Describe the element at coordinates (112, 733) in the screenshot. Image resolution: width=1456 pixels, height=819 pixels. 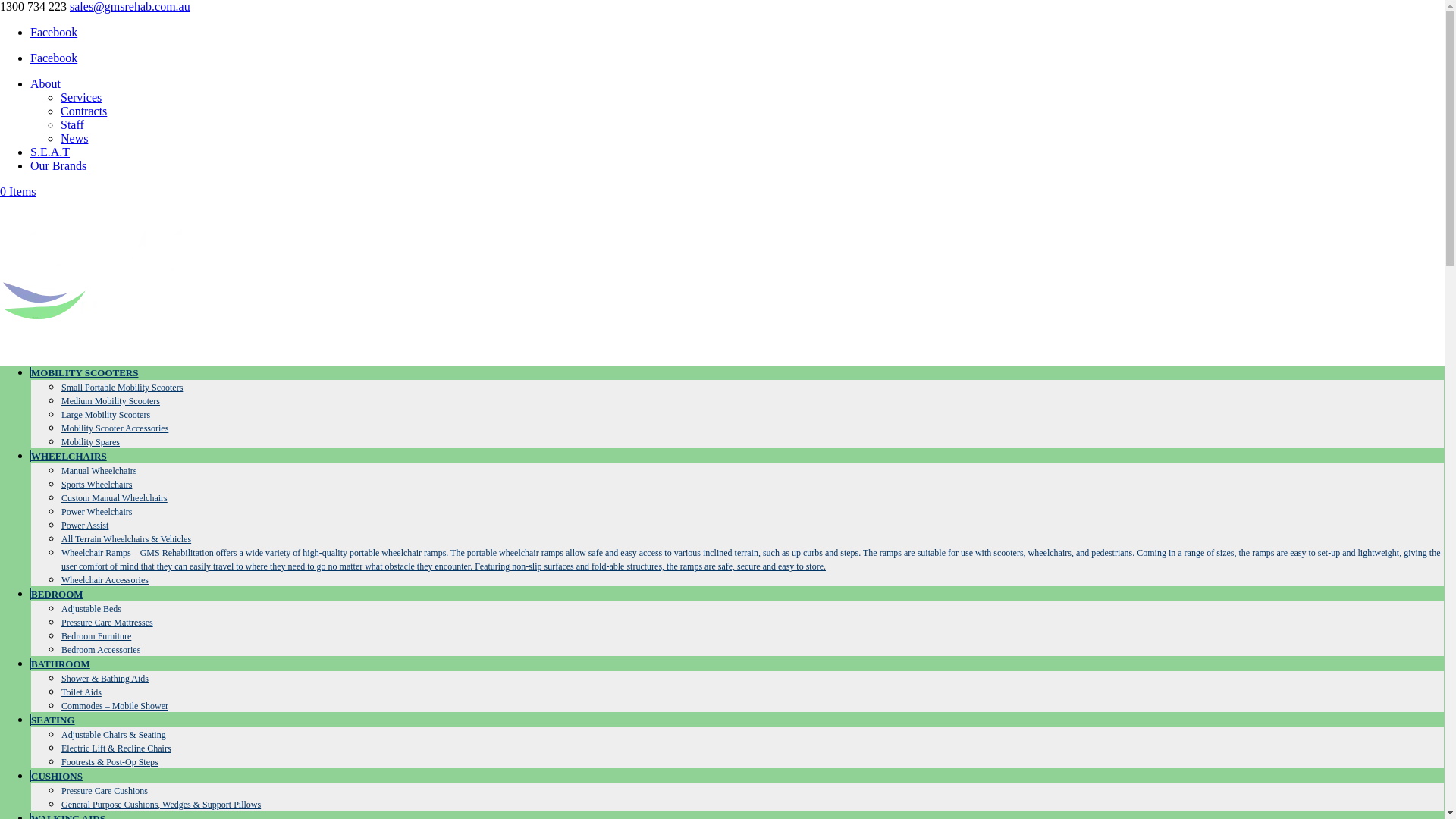
I see `'Adjustable Chairs & Seating'` at that location.